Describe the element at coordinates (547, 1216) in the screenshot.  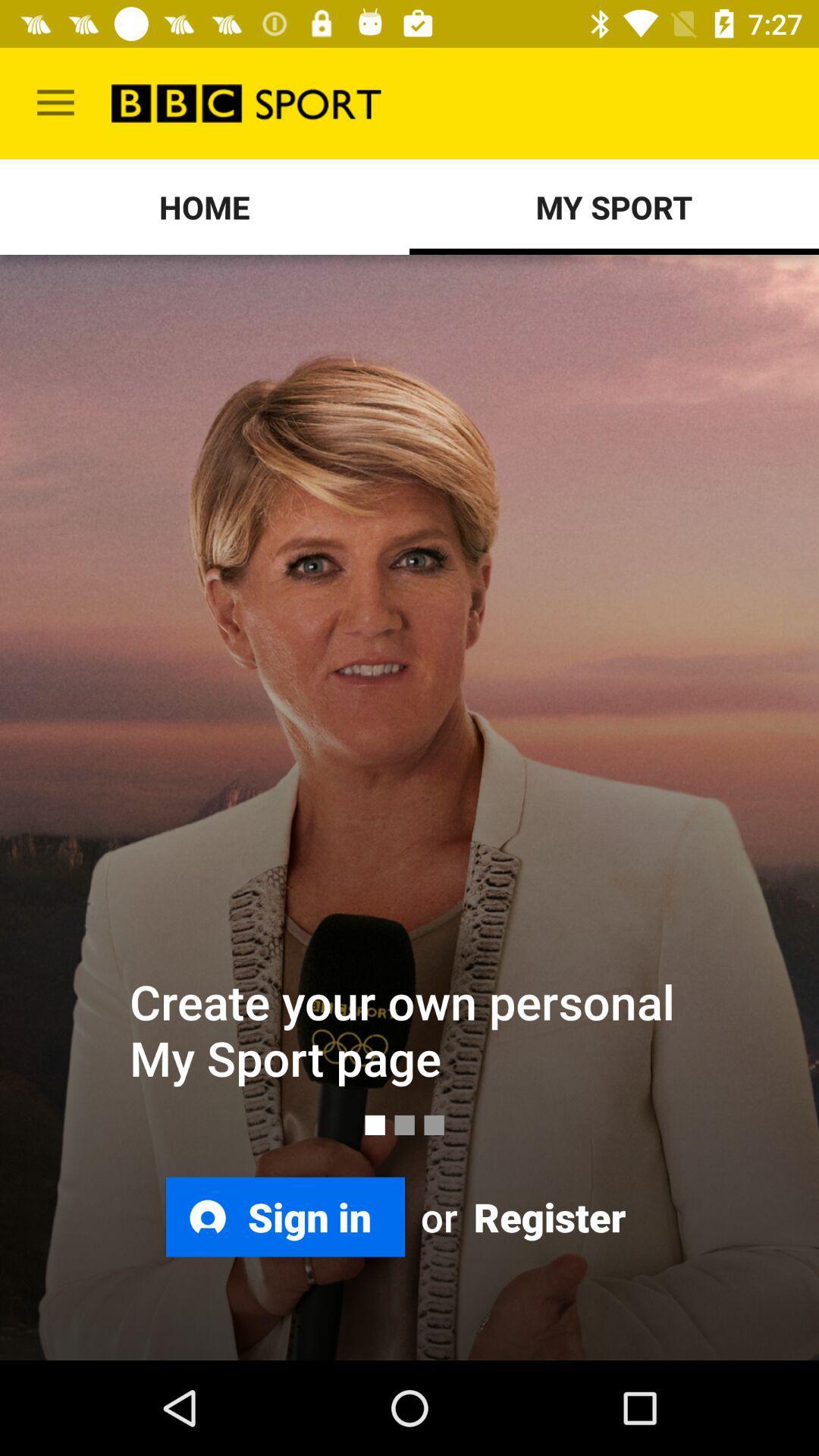
I see `the icon at the bottom right corner` at that location.